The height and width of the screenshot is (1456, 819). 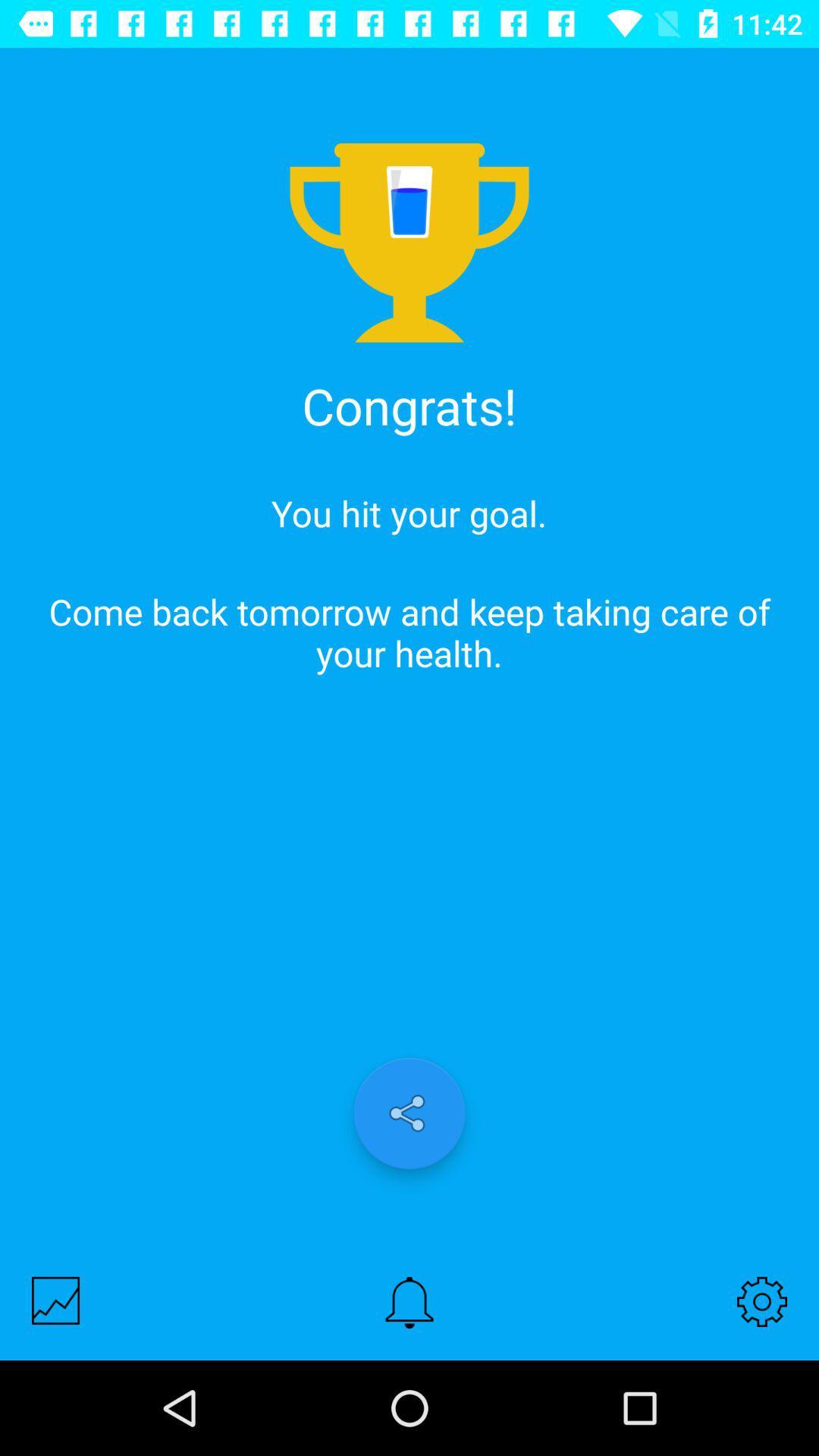 What do you see at coordinates (409, 1301) in the screenshot?
I see `the notifications icon` at bounding box center [409, 1301].